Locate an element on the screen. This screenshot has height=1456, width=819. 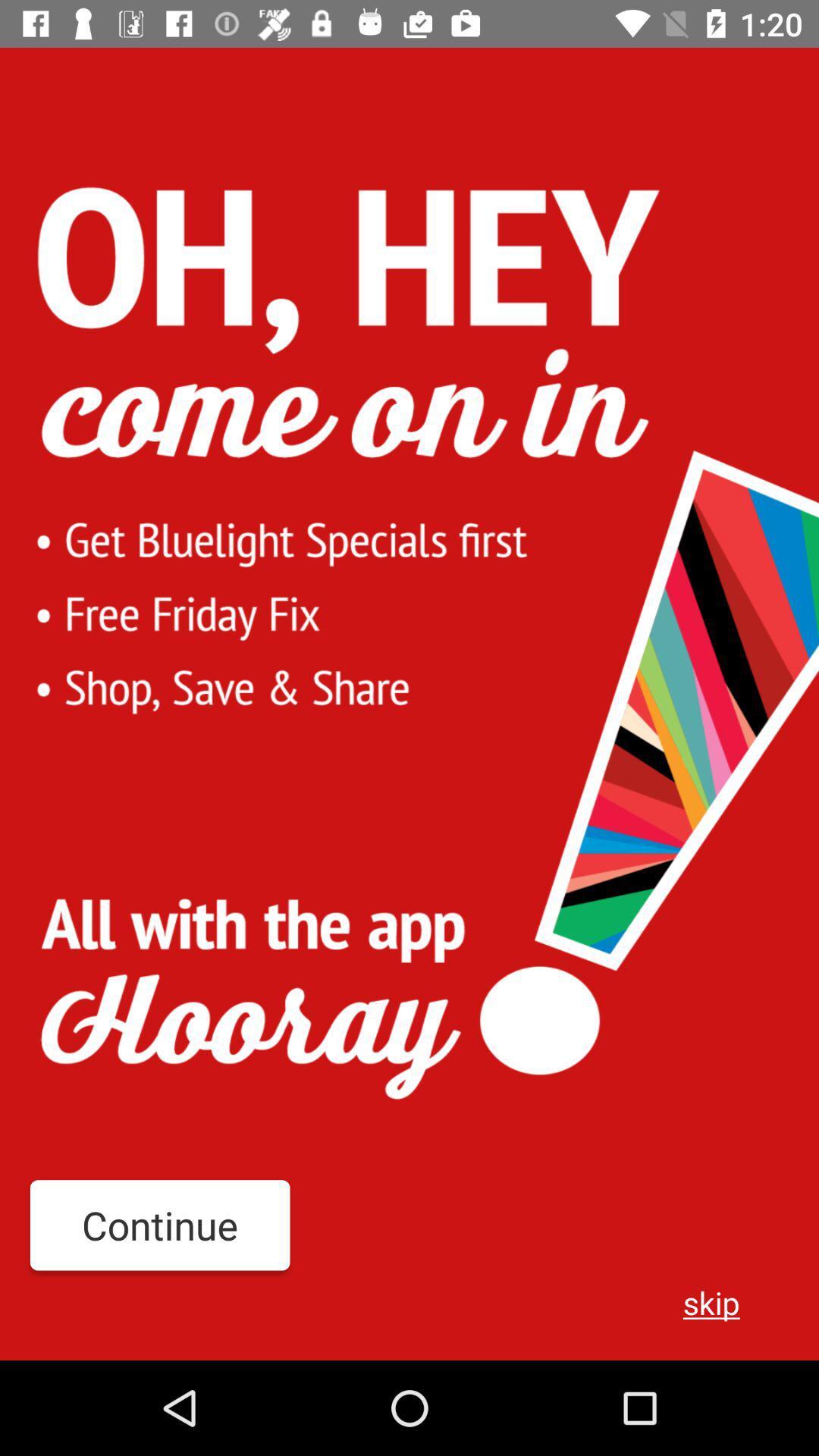
the icon next to continue is located at coordinates (711, 1301).